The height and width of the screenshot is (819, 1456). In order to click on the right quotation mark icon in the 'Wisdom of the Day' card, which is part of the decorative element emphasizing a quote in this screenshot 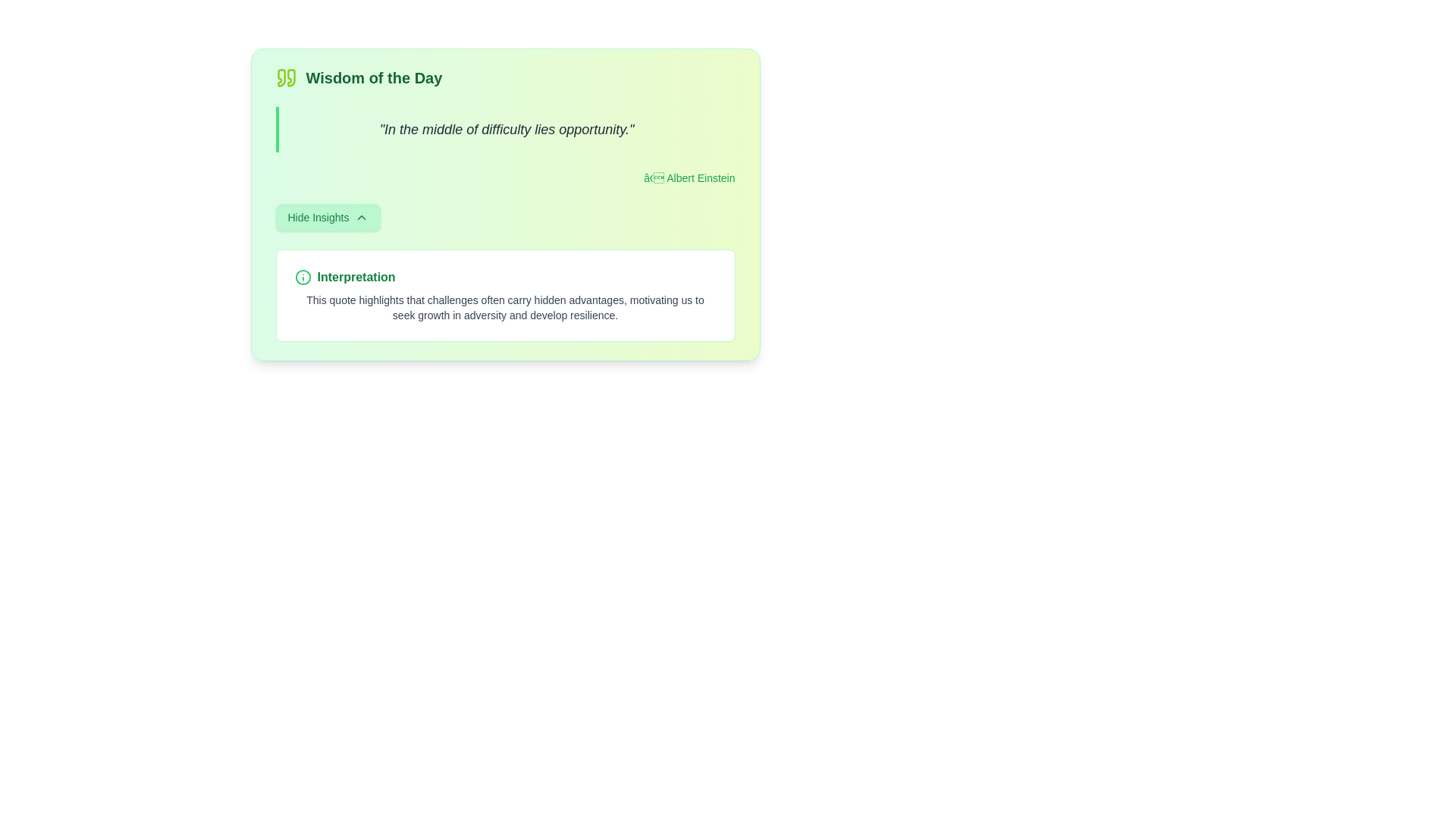, I will do `click(291, 78)`.